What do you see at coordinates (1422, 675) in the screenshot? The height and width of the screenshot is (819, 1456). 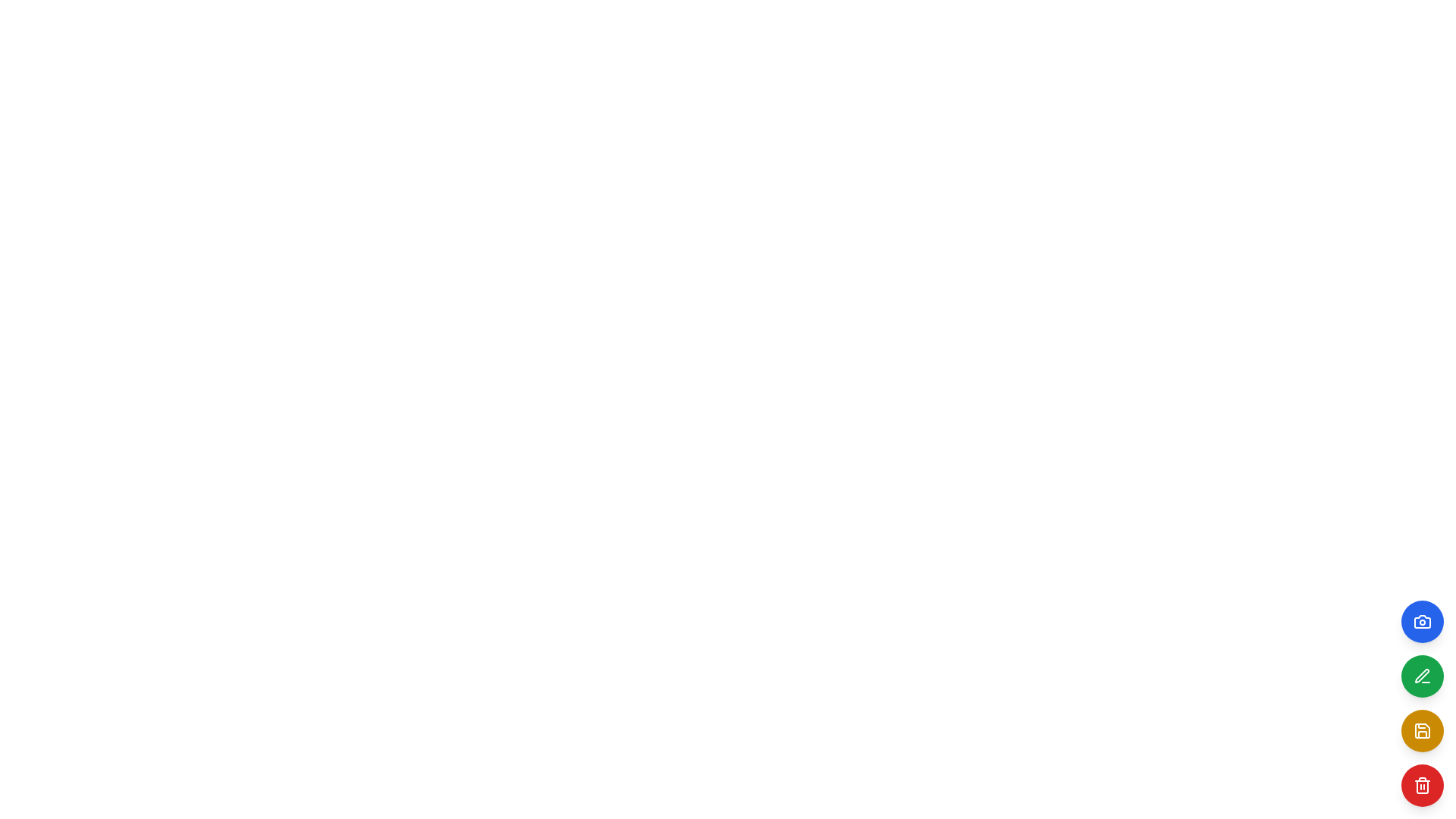 I see `the interactive button with a pen icon, which is located in the second position among a vertical stack of buttons` at bounding box center [1422, 675].